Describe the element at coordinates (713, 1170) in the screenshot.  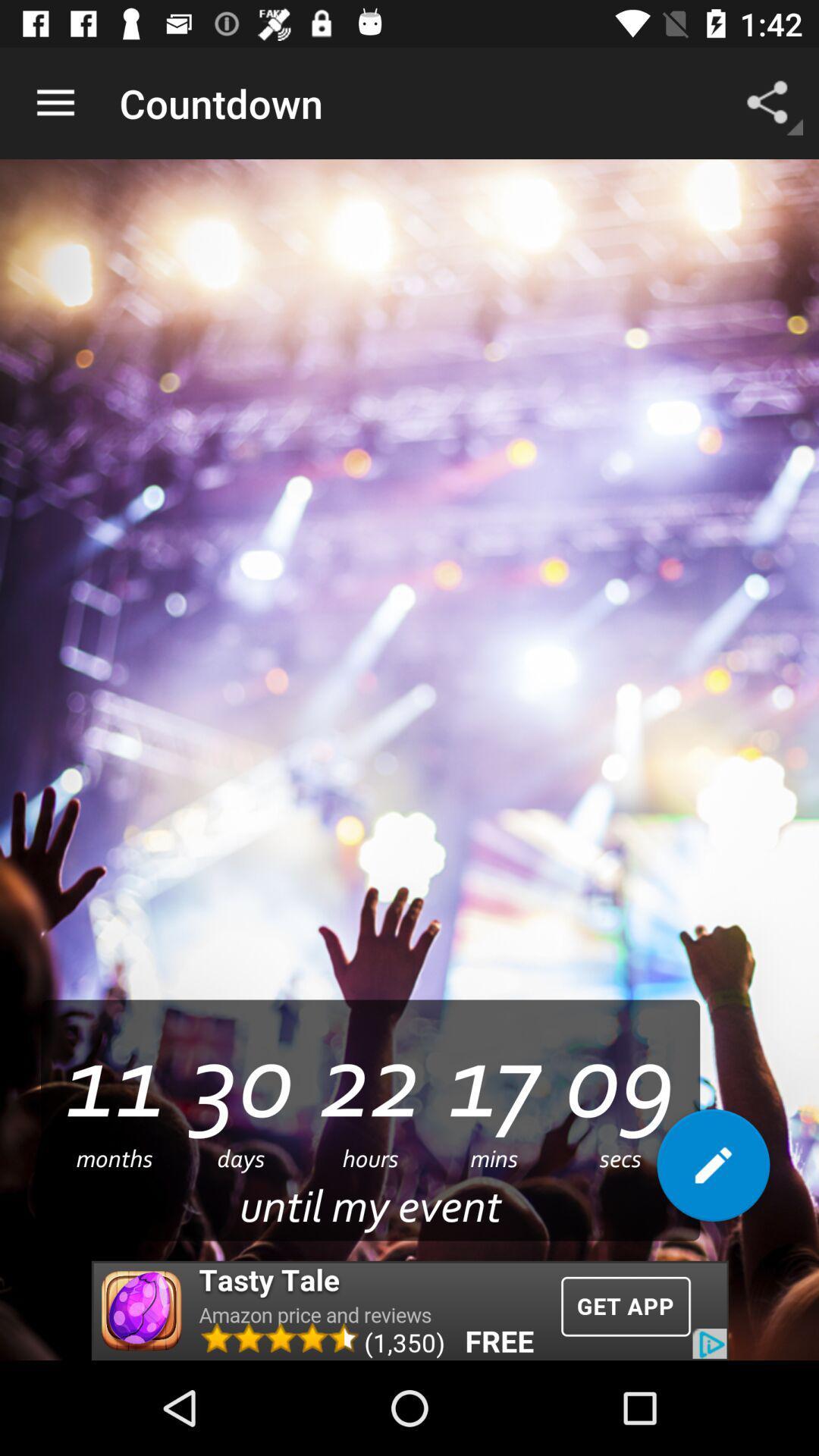
I see `the edit icon` at that location.